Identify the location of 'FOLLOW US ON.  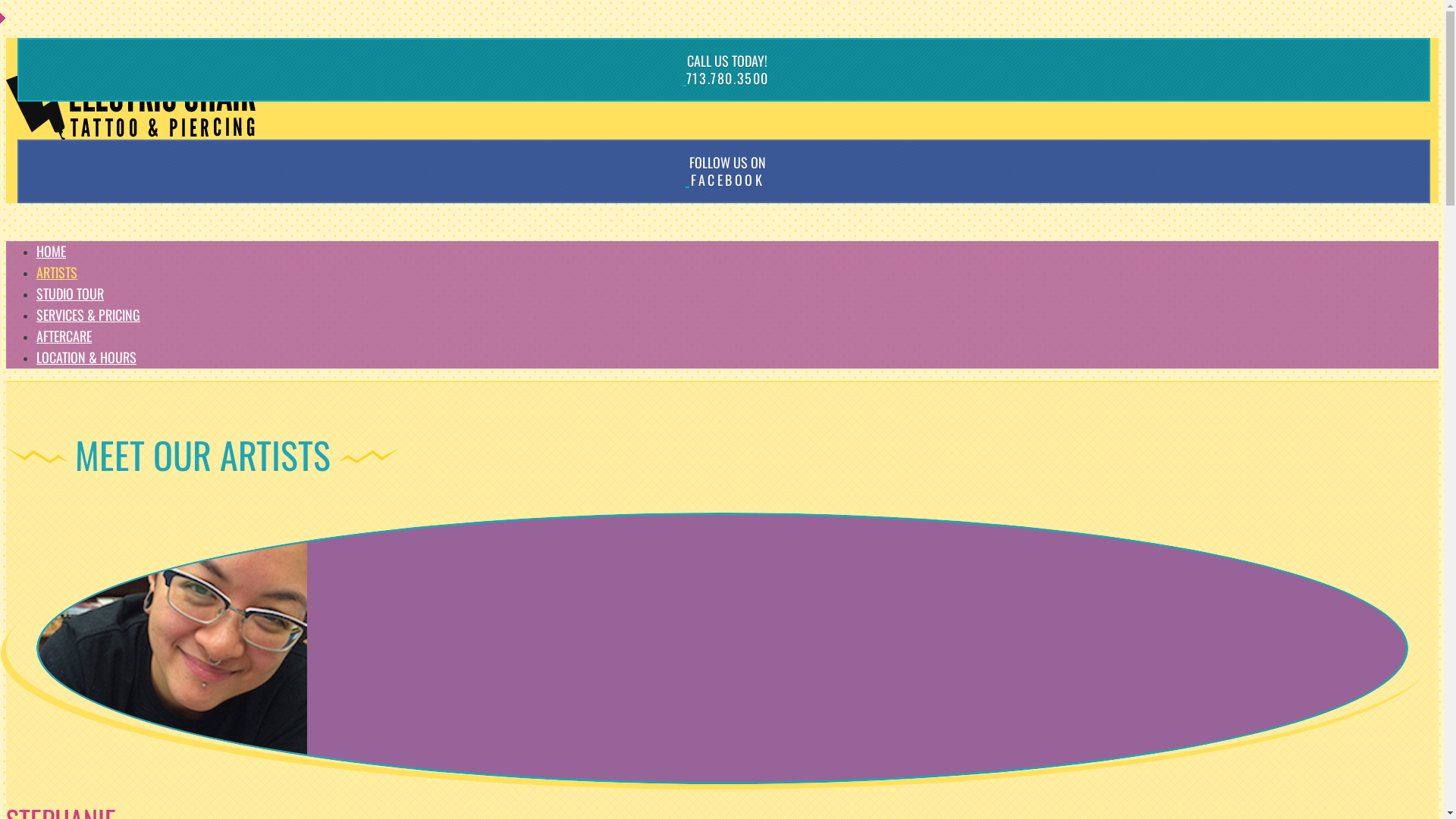
(721, 171).